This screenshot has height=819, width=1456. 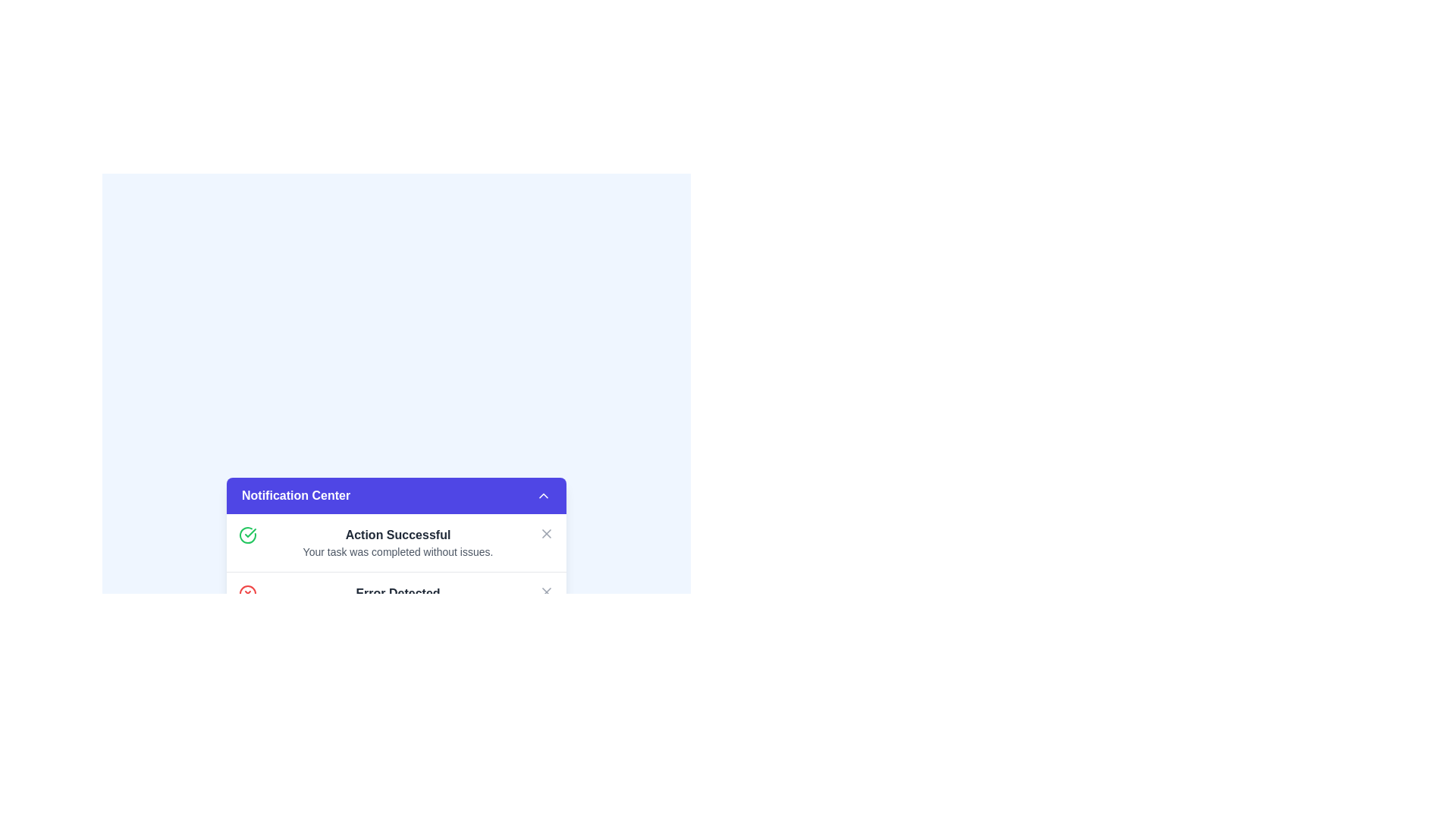 I want to click on the close button icon located at the far right of the 'Action Successful' notification in the Notification Center to change its color, so click(x=546, y=533).